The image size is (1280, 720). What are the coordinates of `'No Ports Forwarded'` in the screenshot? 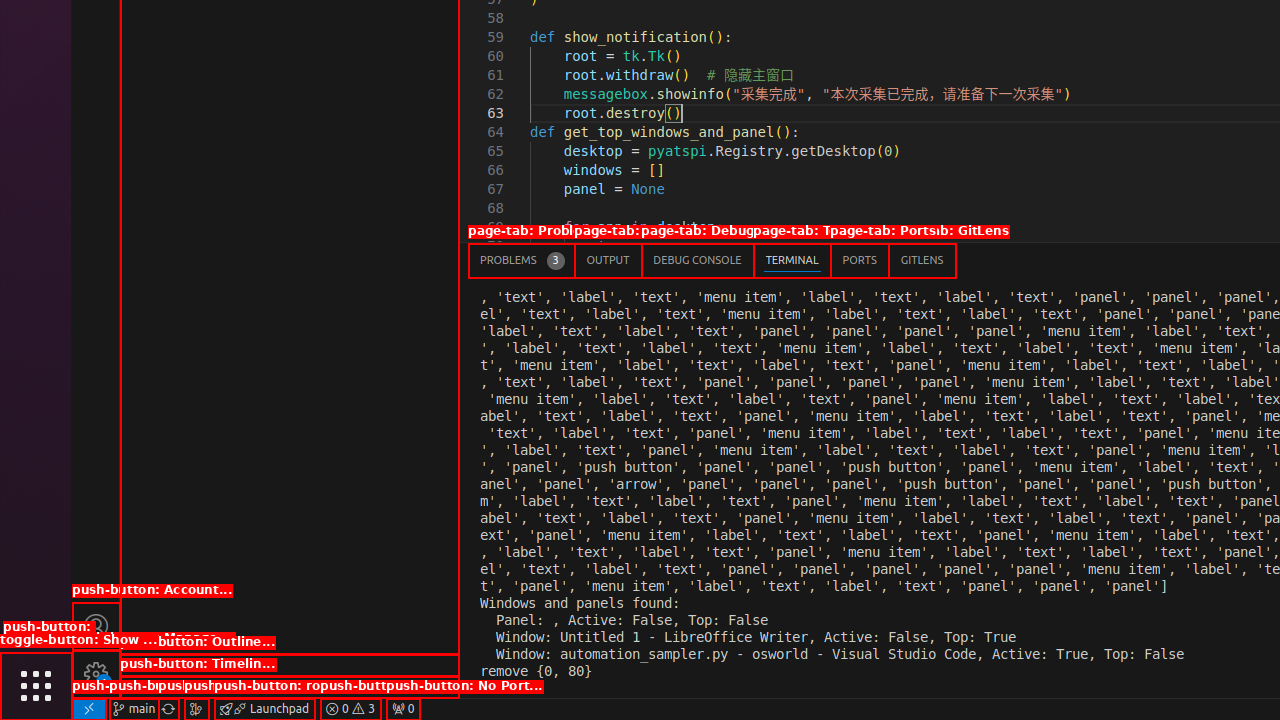 It's located at (401, 707).